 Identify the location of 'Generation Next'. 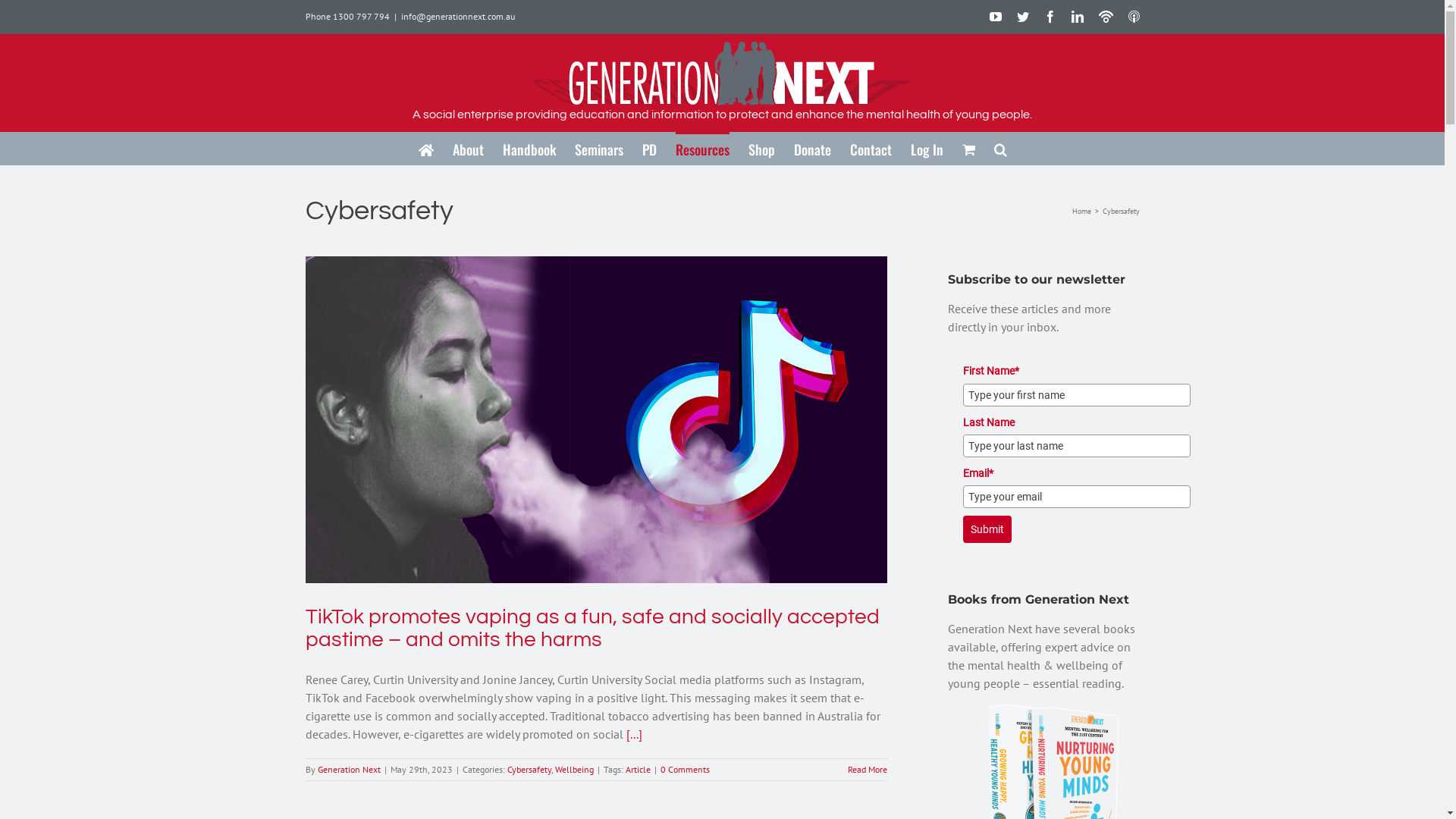
(315, 769).